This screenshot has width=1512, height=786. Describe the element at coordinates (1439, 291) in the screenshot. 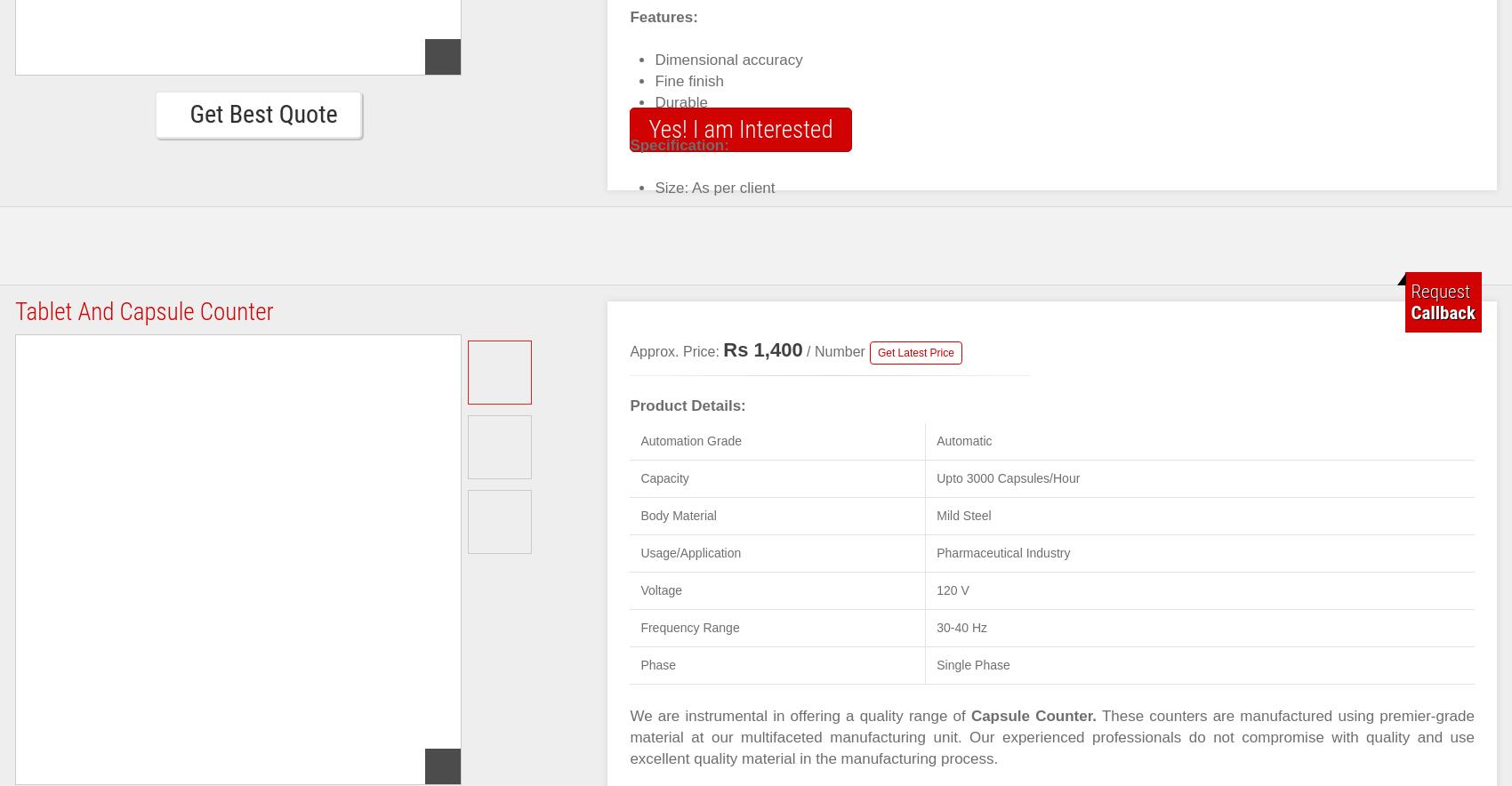

I see `'Request'` at that location.